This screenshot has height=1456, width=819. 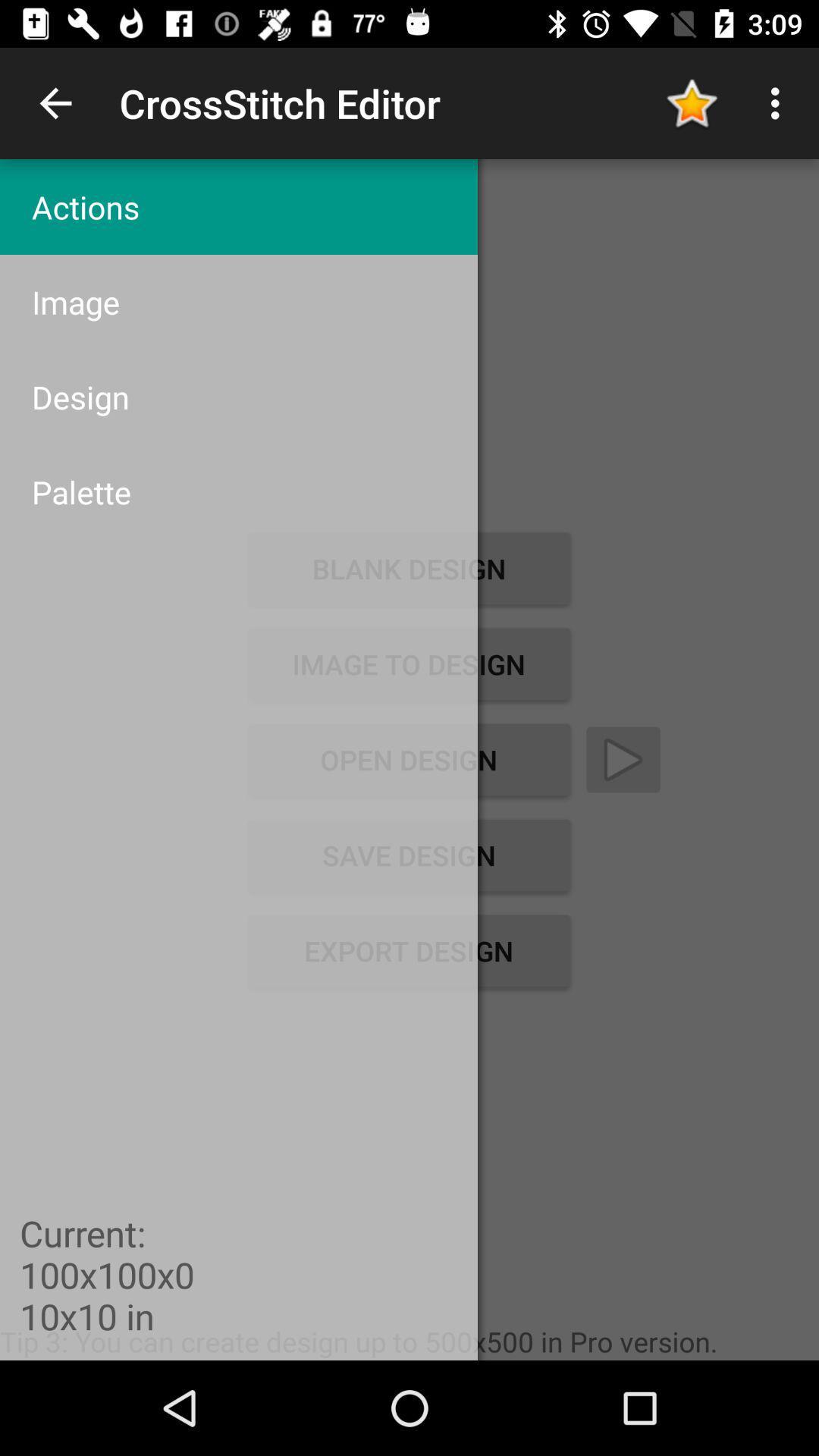 I want to click on the save design icon, so click(x=408, y=855).